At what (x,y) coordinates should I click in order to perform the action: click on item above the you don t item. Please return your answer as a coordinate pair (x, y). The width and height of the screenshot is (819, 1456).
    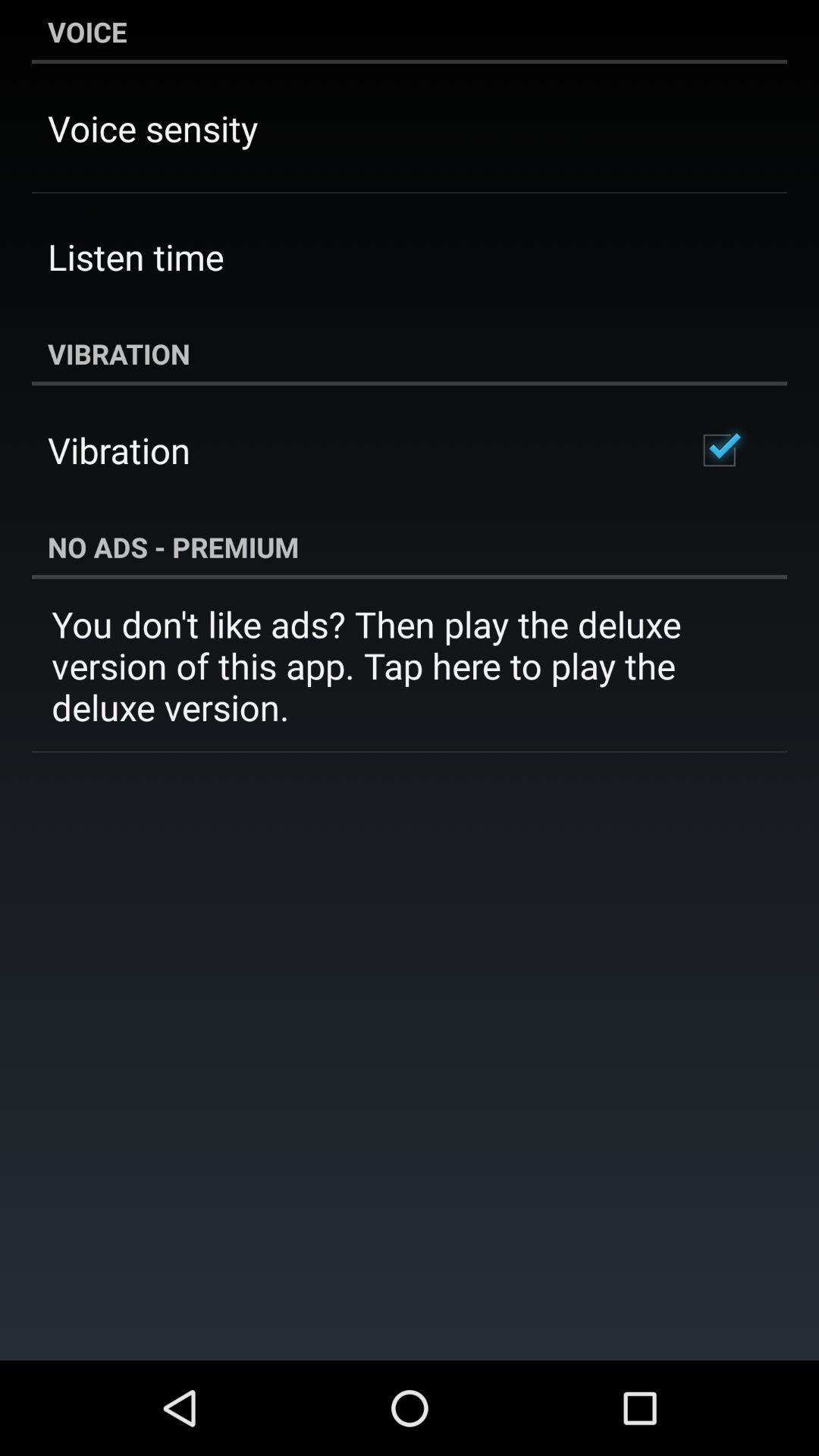
    Looking at the image, I should click on (409, 546).